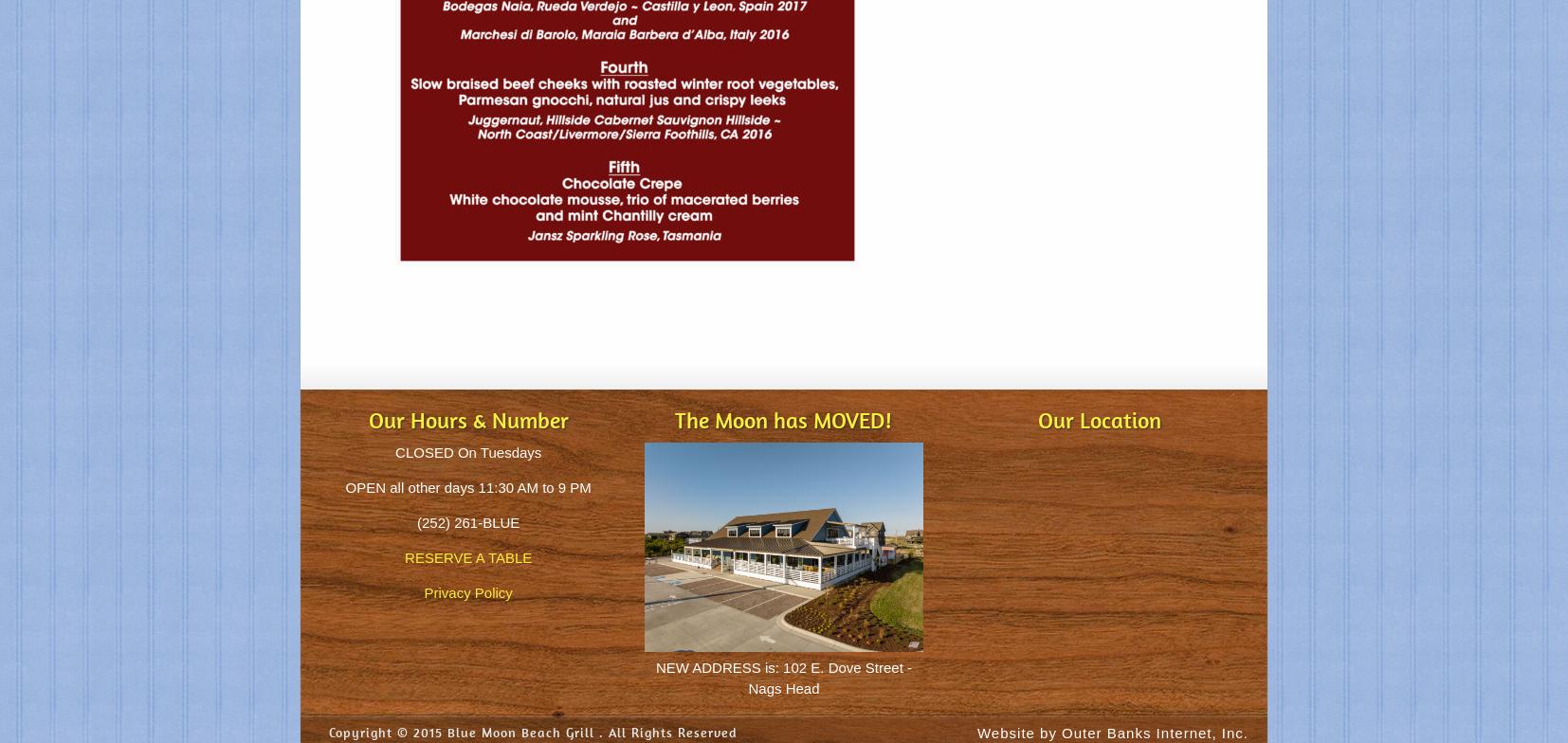 The width and height of the screenshot is (1568, 743). I want to click on 'Outer Banks Internet, Inc.', so click(1154, 732).